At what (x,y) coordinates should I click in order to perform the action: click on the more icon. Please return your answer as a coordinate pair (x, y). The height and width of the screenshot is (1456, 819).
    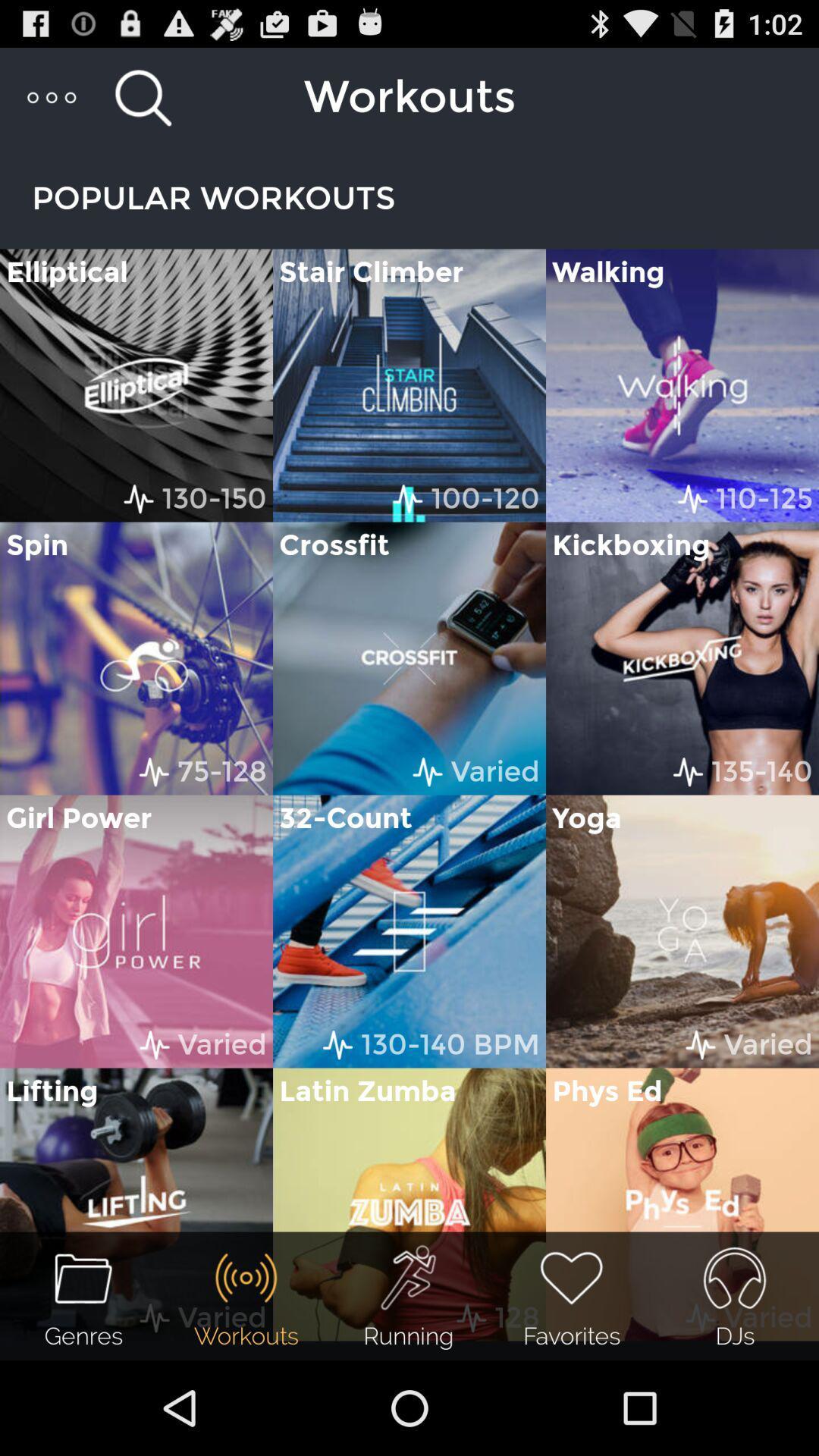
    Looking at the image, I should click on (52, 103).